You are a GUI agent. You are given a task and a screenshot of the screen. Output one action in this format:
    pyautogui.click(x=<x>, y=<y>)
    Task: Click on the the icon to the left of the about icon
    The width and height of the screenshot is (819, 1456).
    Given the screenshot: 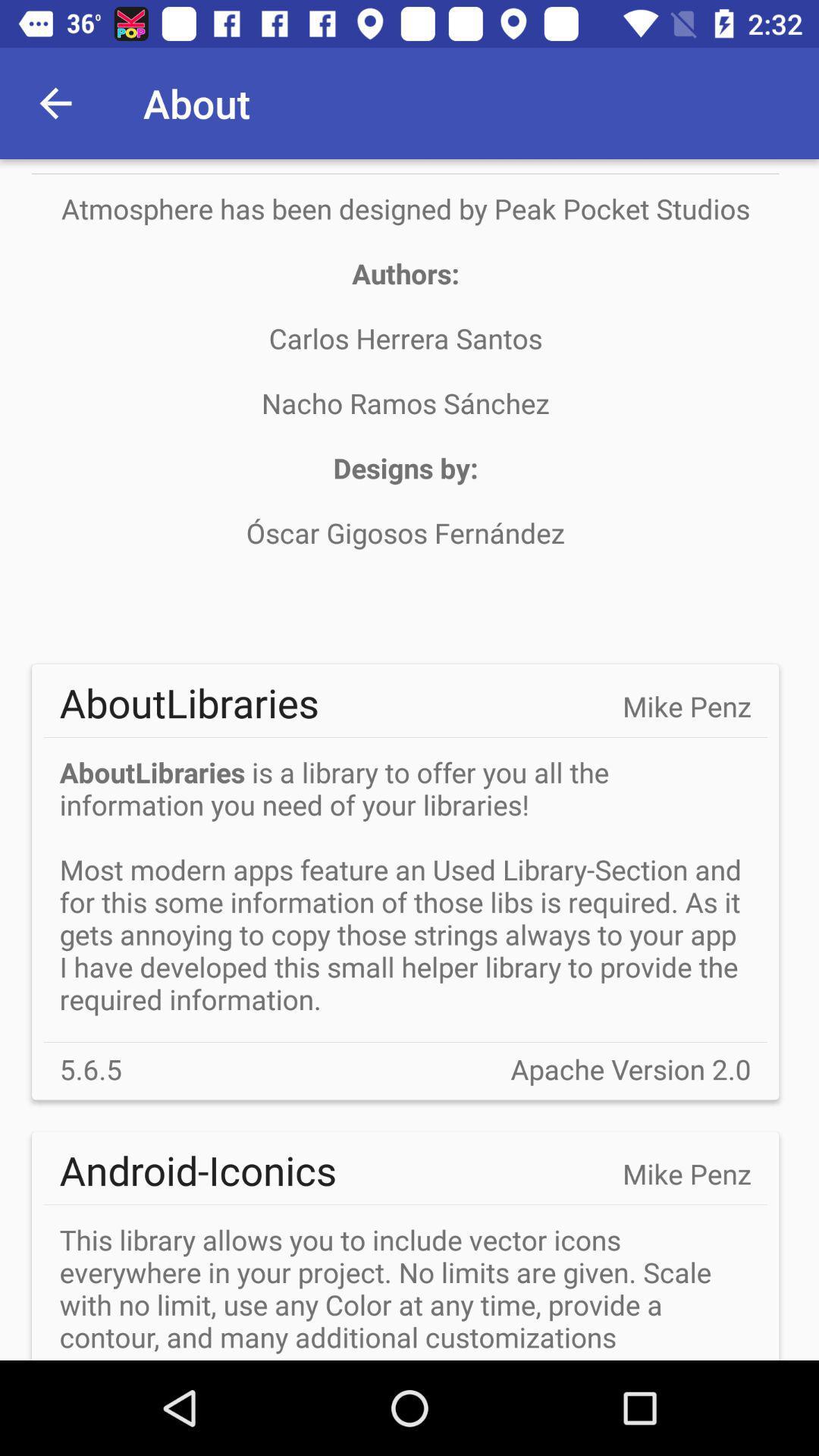 What is the action you would take?
    pyautogui.click(x=55, y=102)
    